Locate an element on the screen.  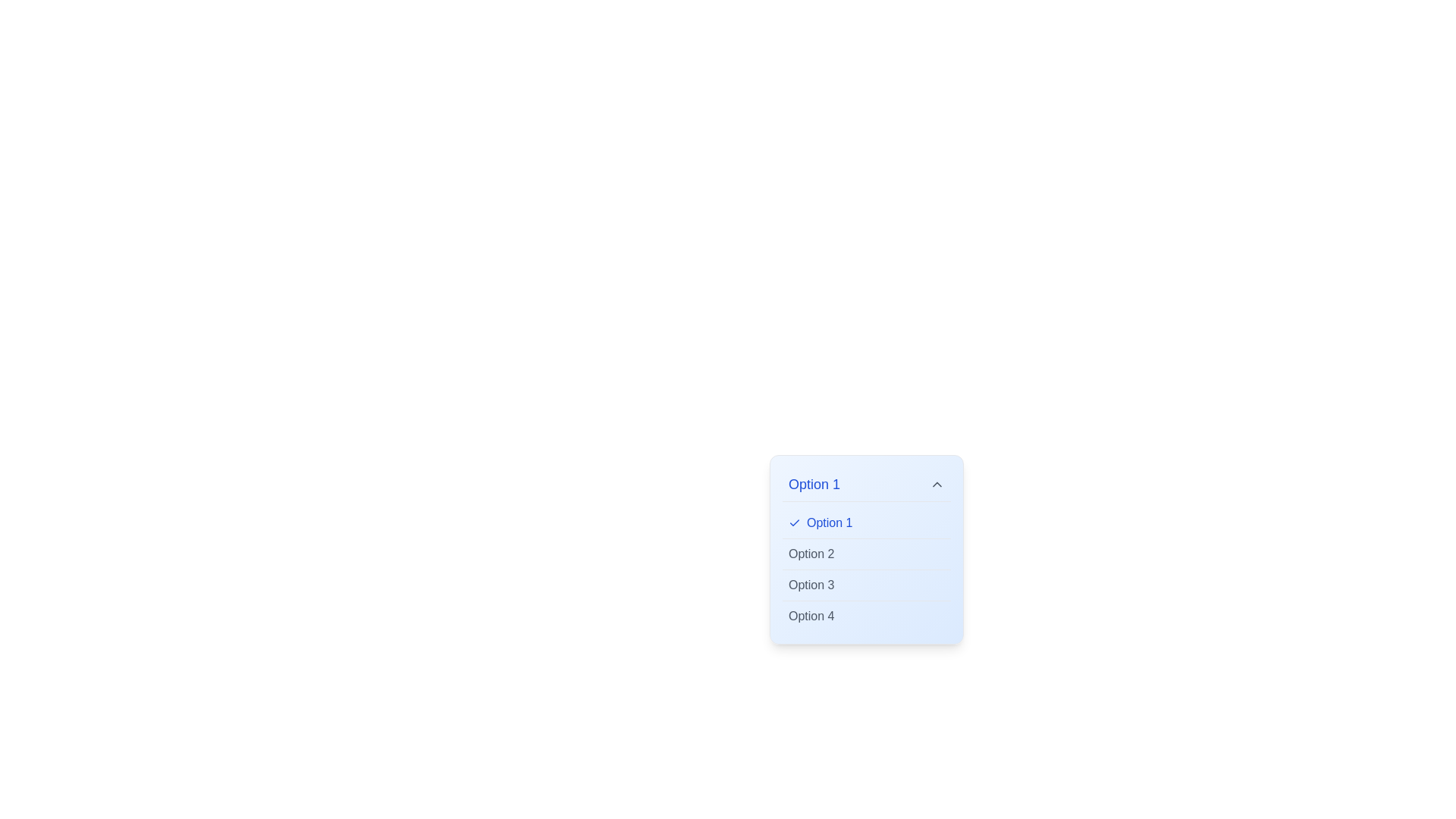
the second option in the dropdown menu beneath 'Option 1', which has a light blue gradient background and is part of a vertical list of selectable options is located at coordinates (866, 550).